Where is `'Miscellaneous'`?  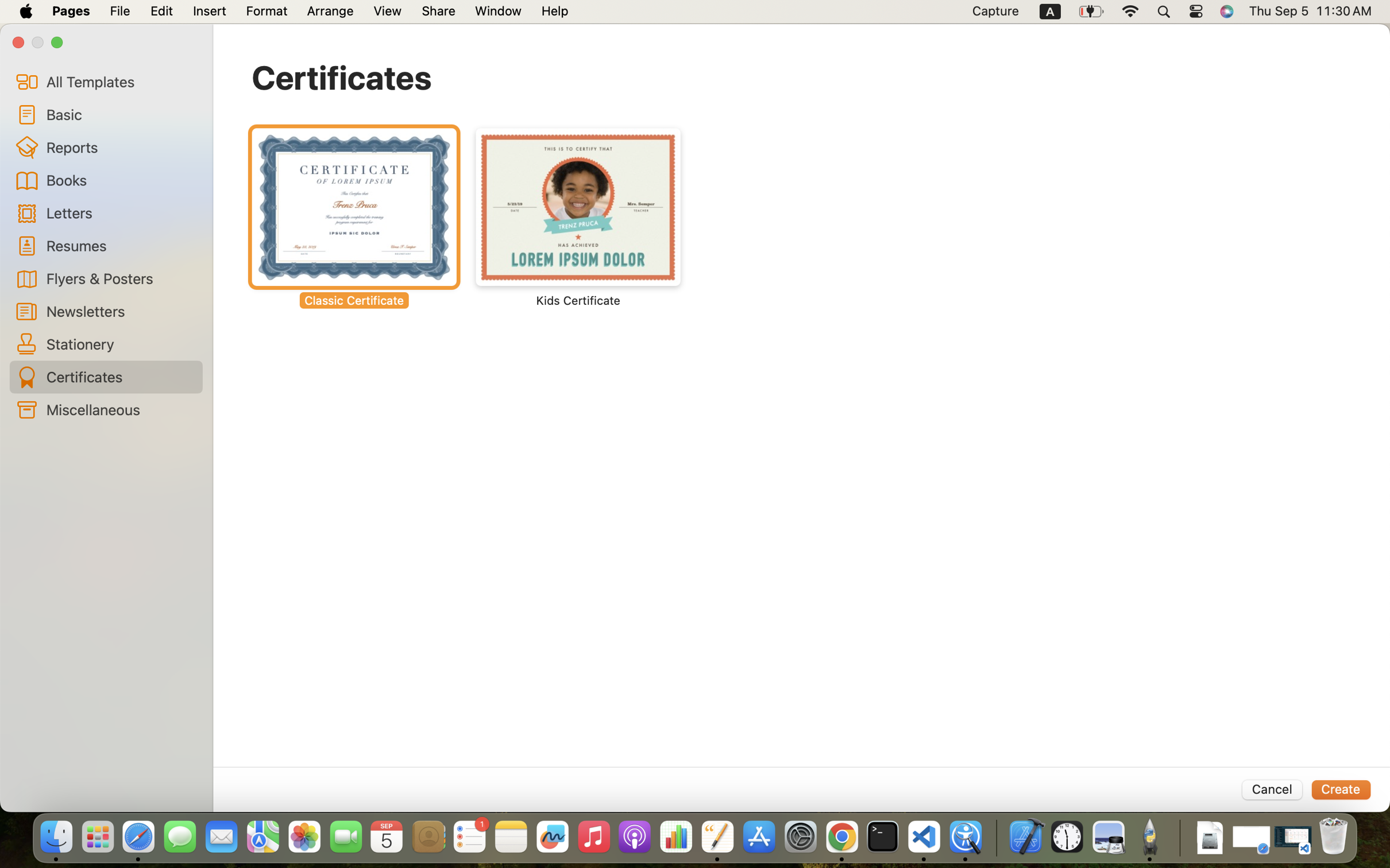 'Miscellaneous' is located at coordinates (119, 409).